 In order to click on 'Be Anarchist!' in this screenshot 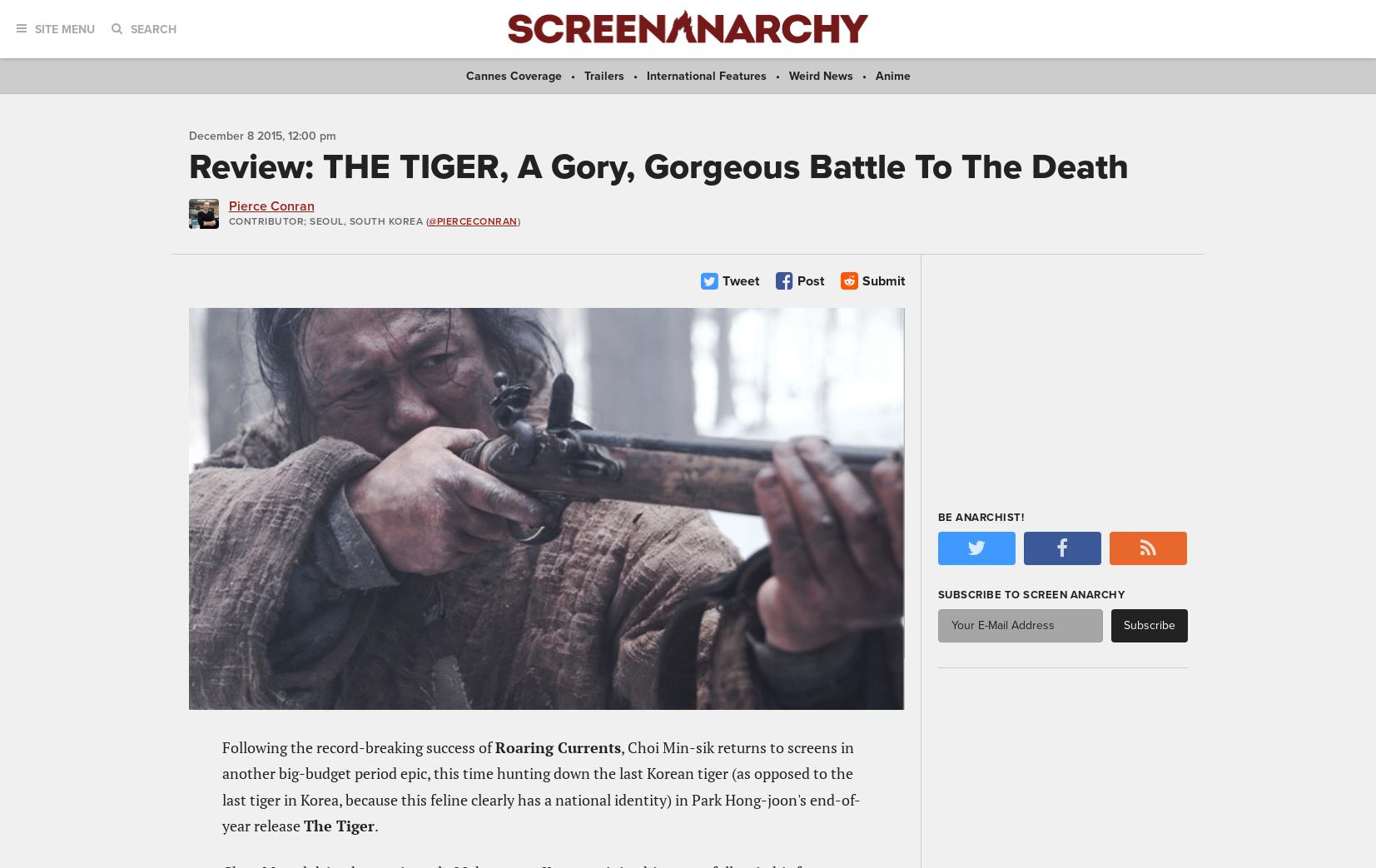, I will do `click(937, 516)`.